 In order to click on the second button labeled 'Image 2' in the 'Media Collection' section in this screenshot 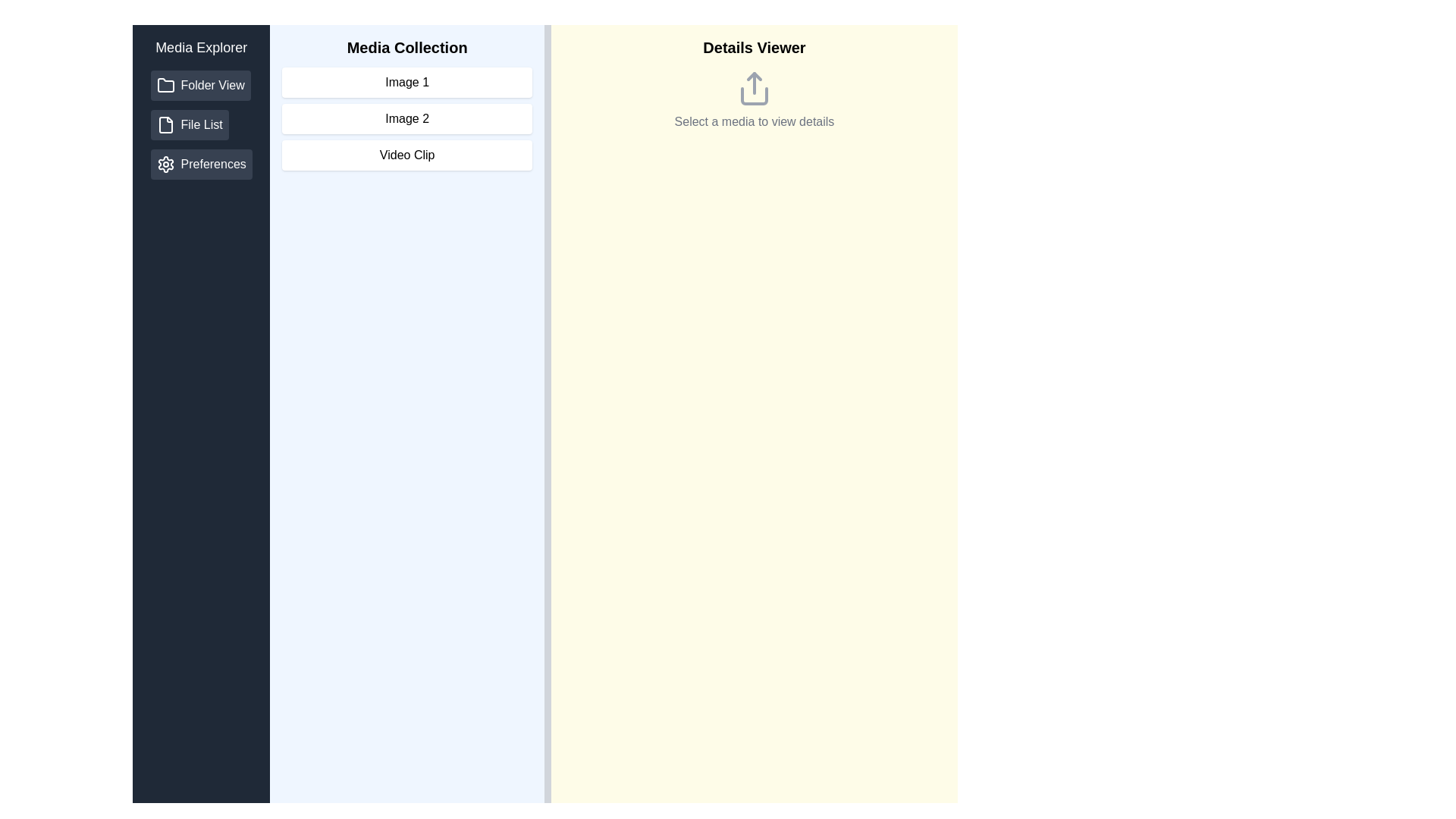, I will do `click(407, 103)`.